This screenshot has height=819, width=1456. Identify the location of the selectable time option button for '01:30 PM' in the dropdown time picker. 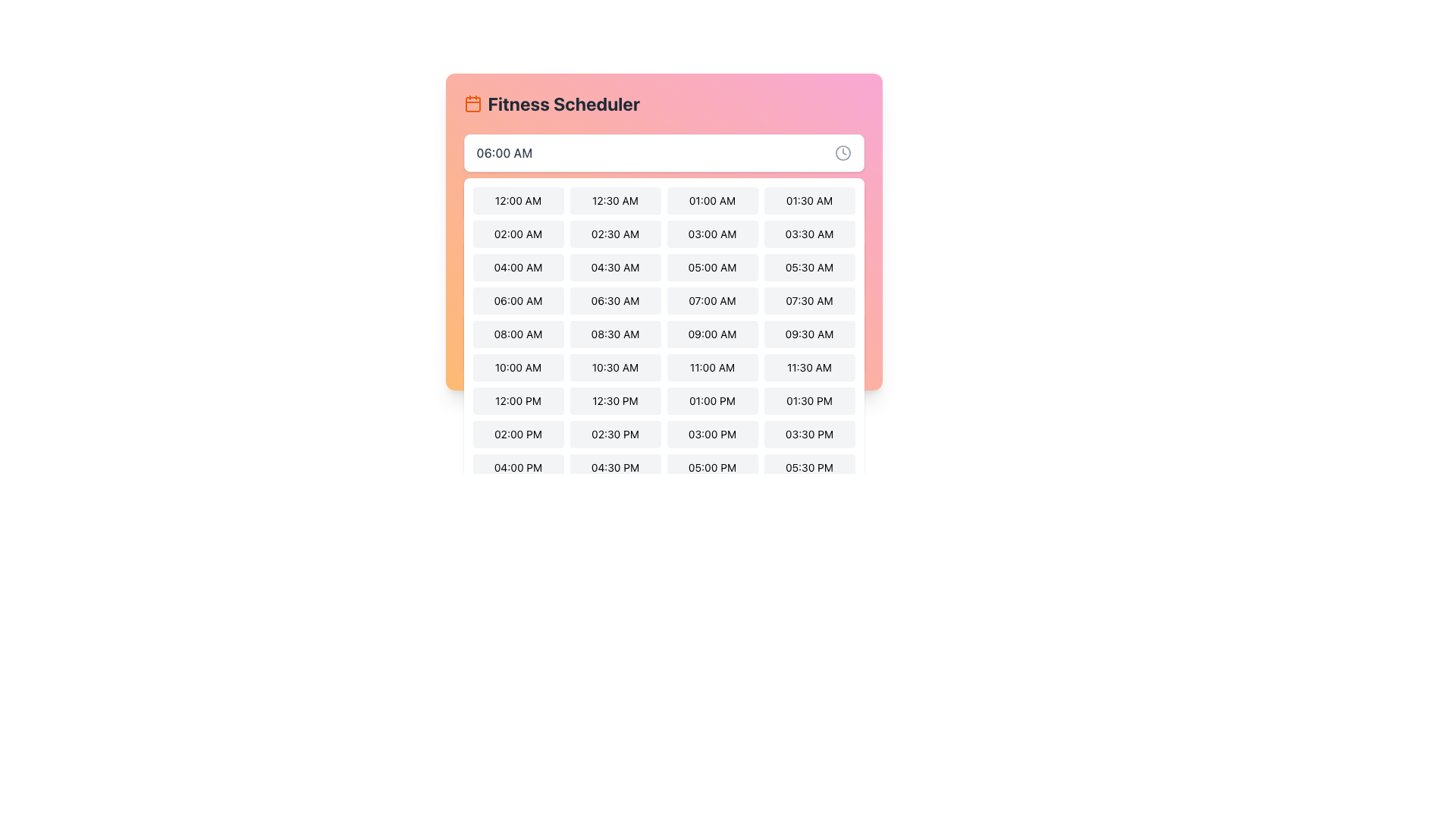
(808, 400).